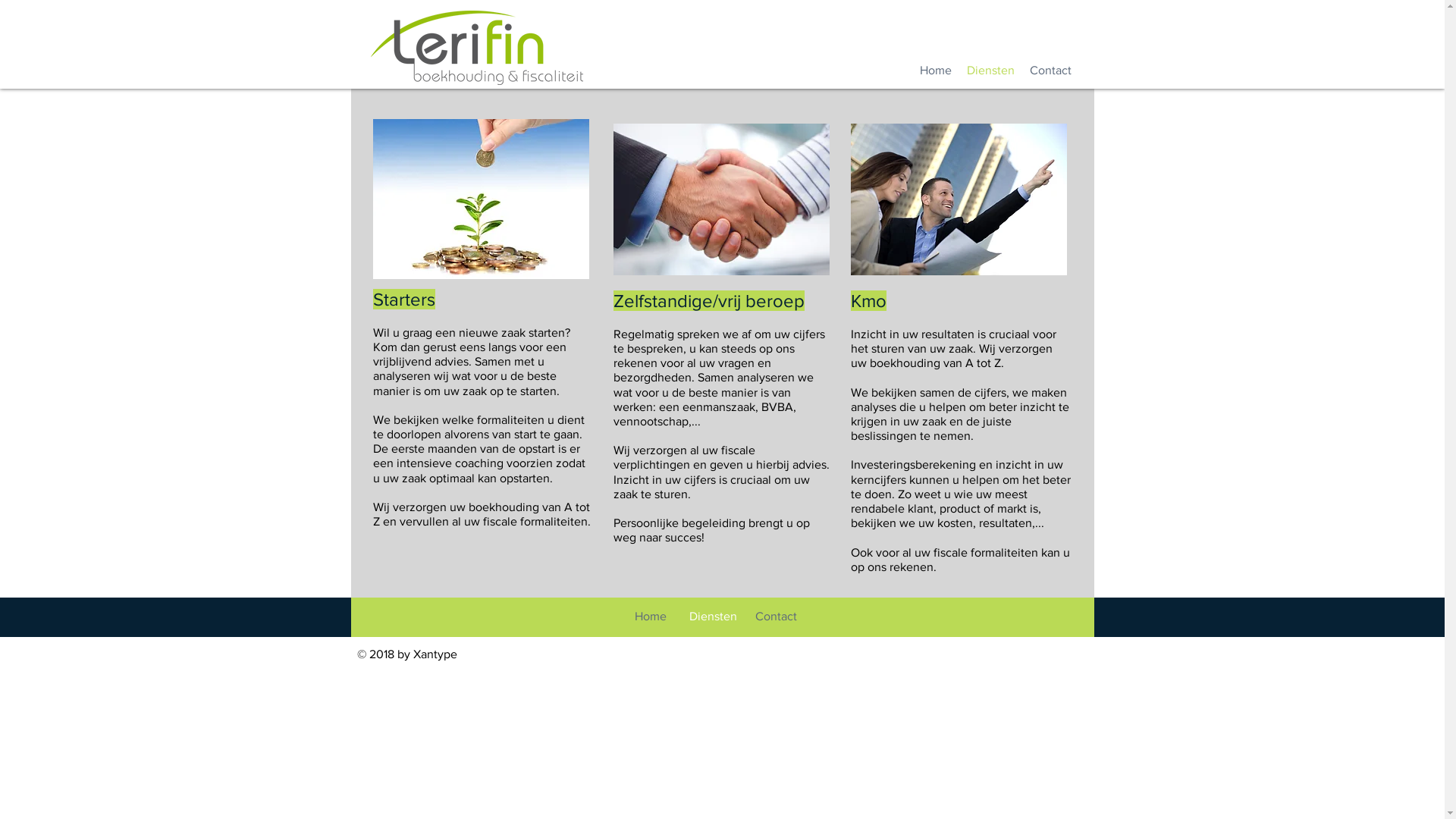 The height and width of the screenshot is (819, 1456). Describe the element at coordinates (712, 617) in the screenshot. I see `'Diensten'` at that location.